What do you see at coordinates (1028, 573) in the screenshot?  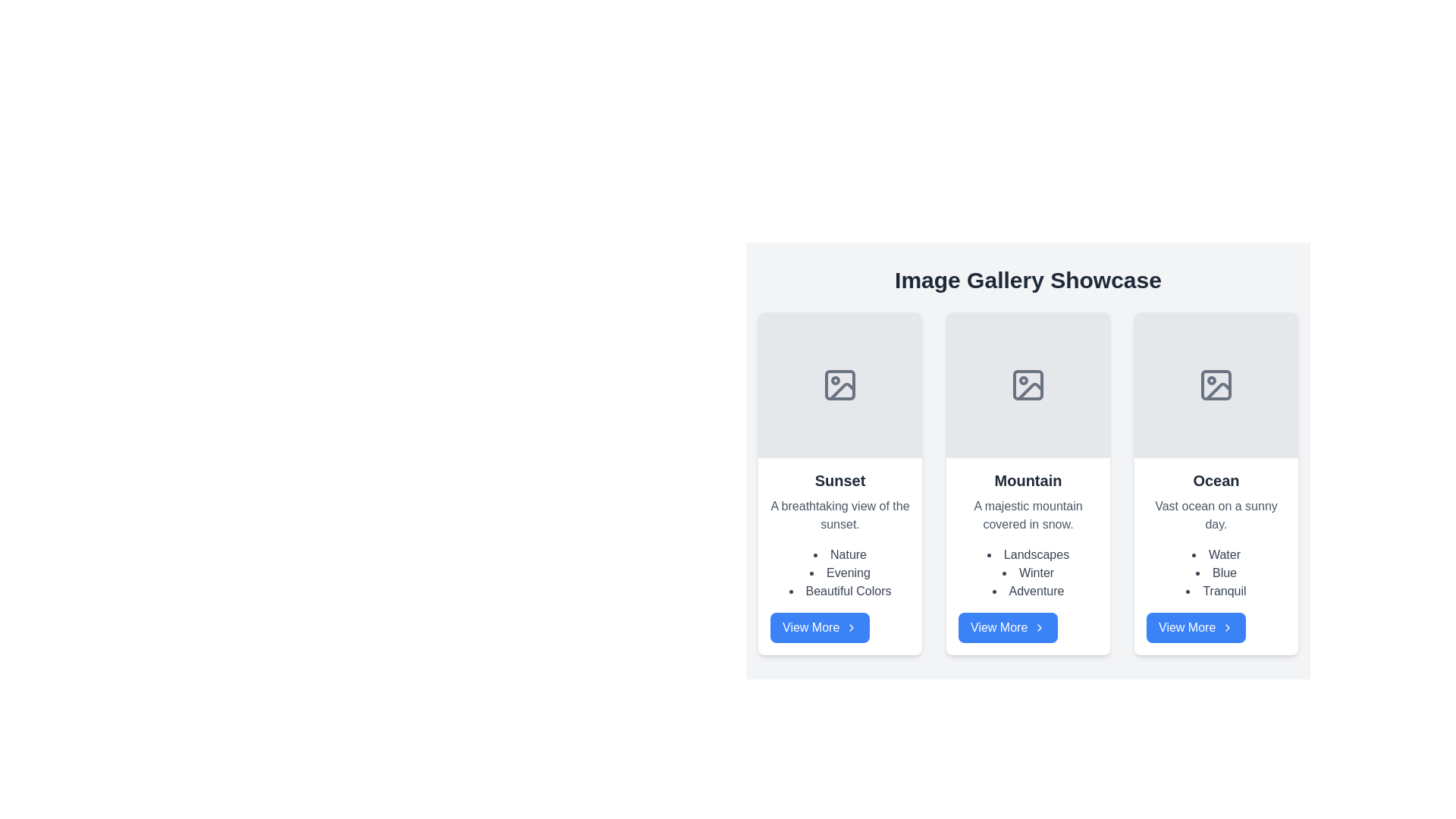 I see `the bulleted list containing the item 'Winter', which is the second item in the list within the second card labeled 'Mountain'` at bounding box center [1028, 573].